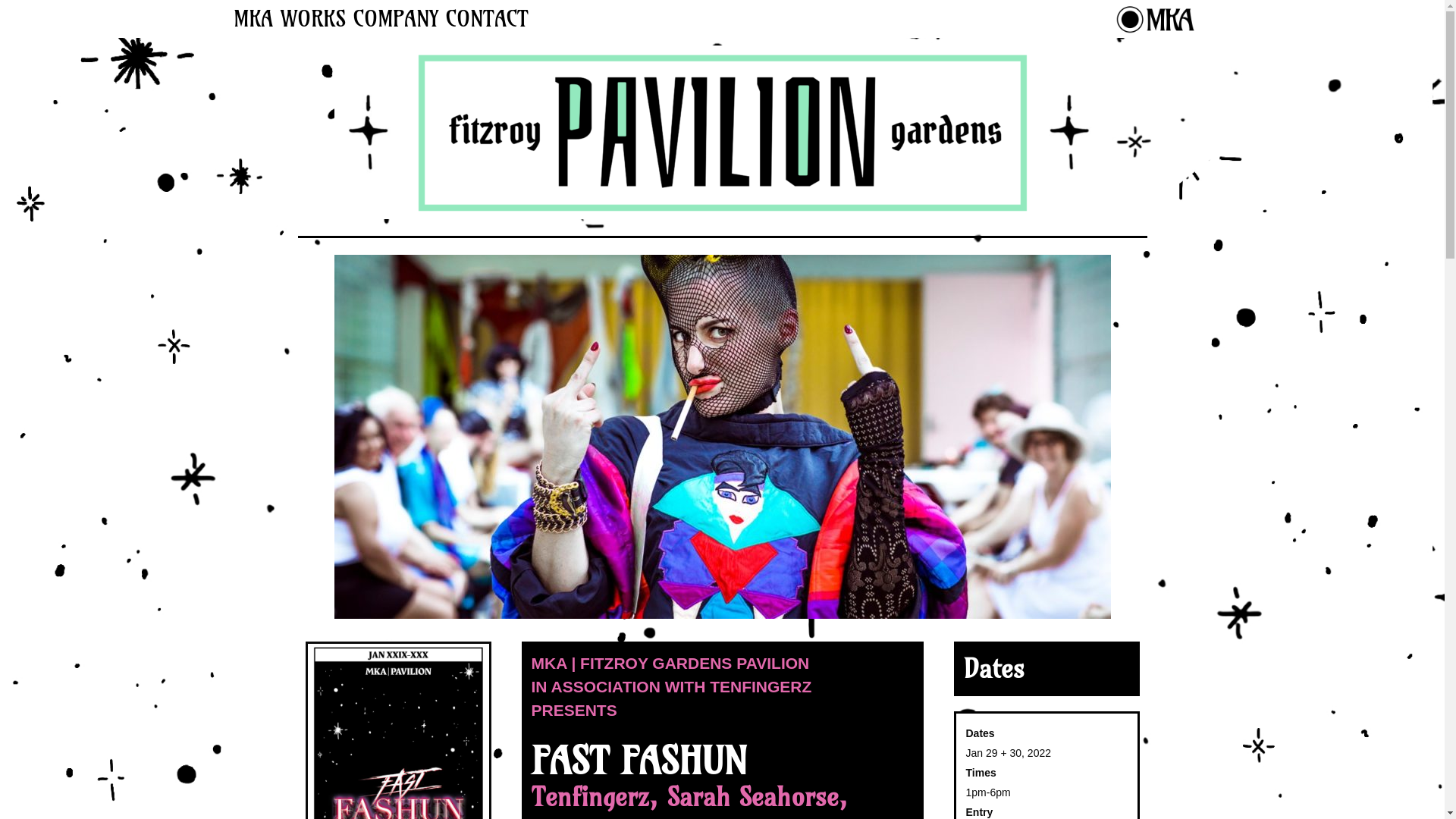  What do you see at coordinates (395, 18) in the screenshot?
I see `'COMPANY'` at bounding box center [395, 18].